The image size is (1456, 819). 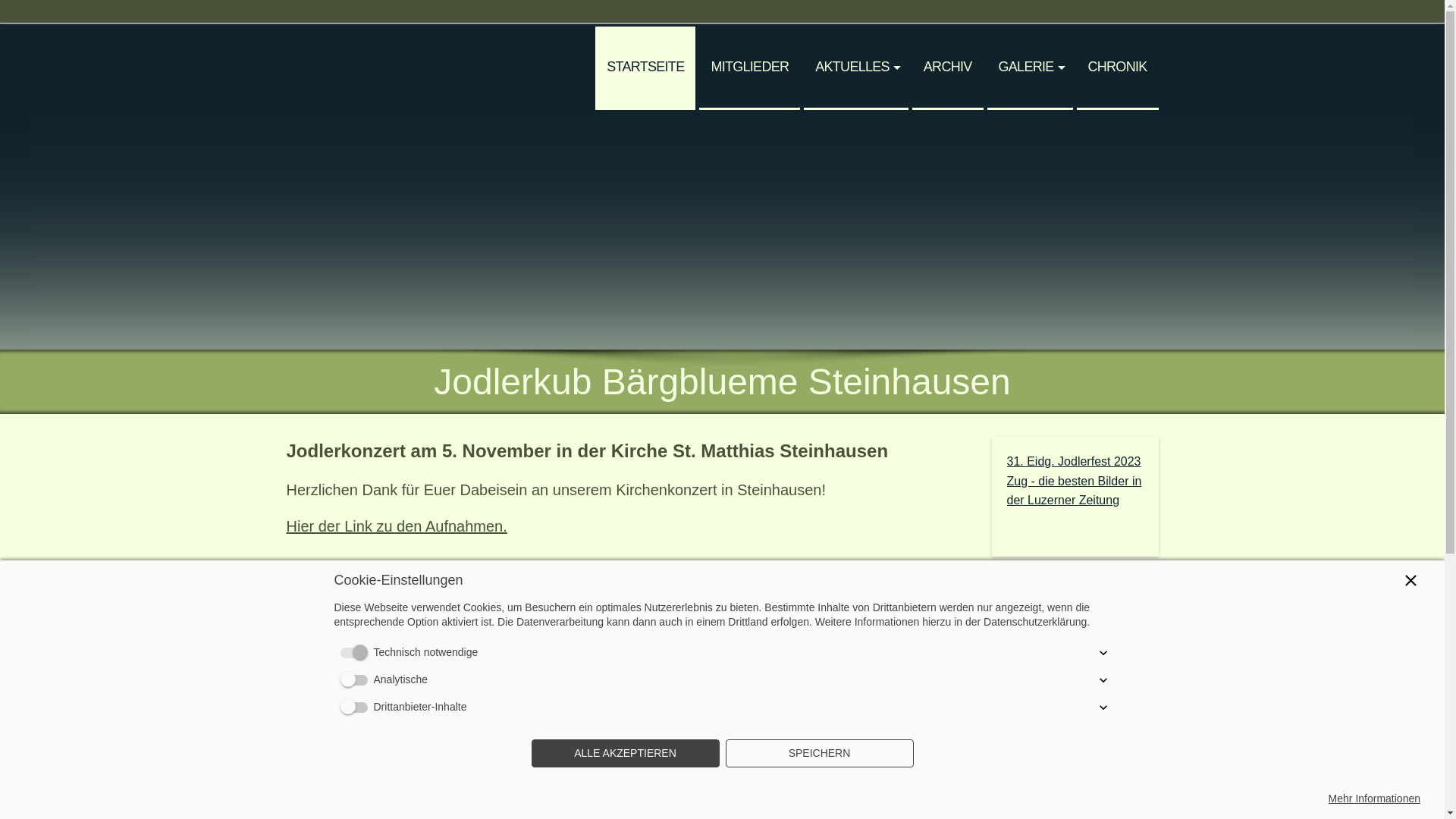 What do you see at coordinates (362, 33) in the screenshot?
I see `' '` at bounding box center [362, 33].